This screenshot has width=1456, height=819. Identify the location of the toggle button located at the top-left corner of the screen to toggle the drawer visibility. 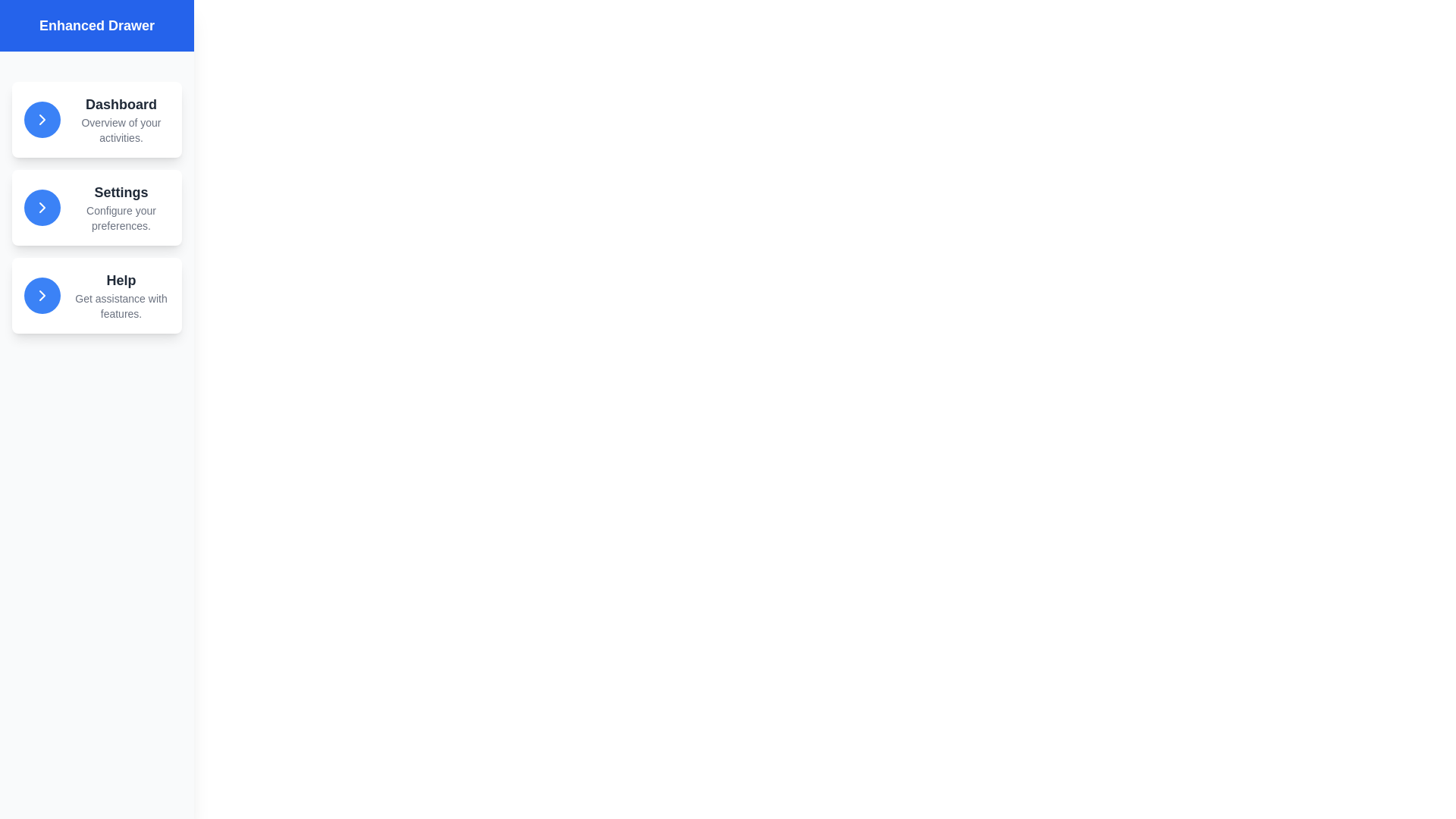
(33, 33).